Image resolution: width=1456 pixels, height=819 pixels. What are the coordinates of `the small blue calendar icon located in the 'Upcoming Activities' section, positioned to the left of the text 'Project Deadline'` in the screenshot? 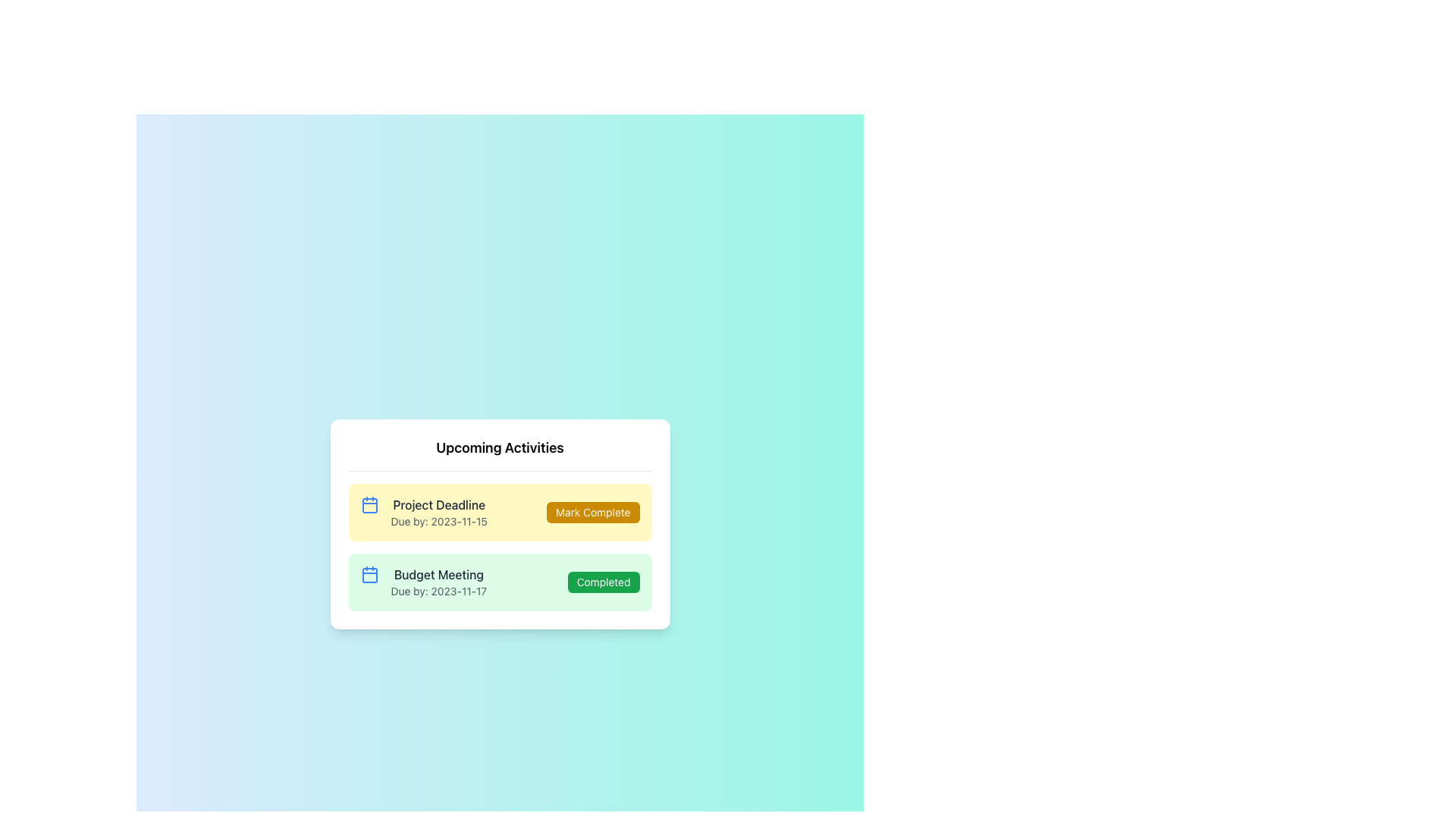 It's located at (369, 504).